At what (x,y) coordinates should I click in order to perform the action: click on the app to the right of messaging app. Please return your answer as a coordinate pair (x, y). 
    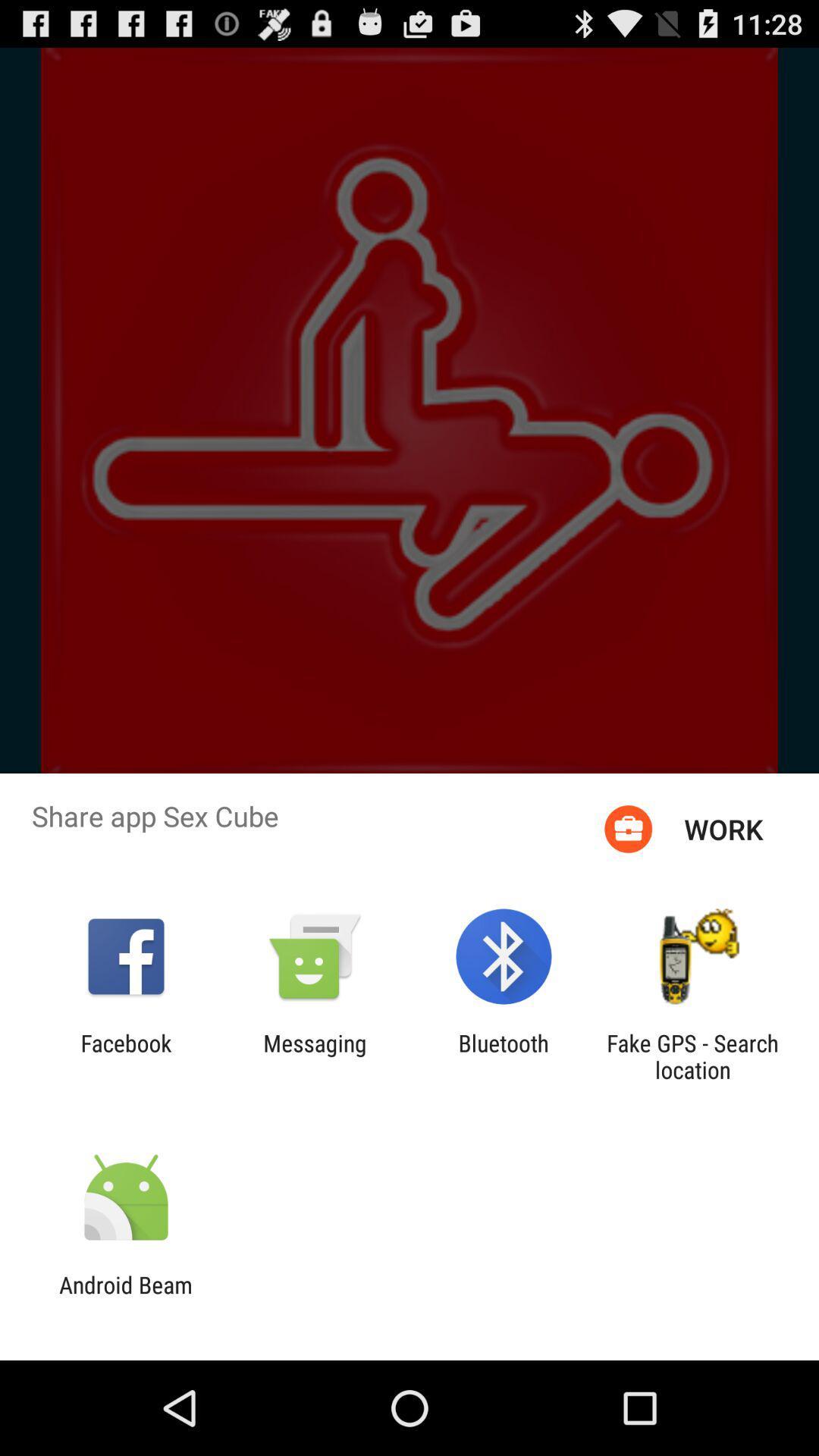
    Looking at the image, I should click on (504, 1056).